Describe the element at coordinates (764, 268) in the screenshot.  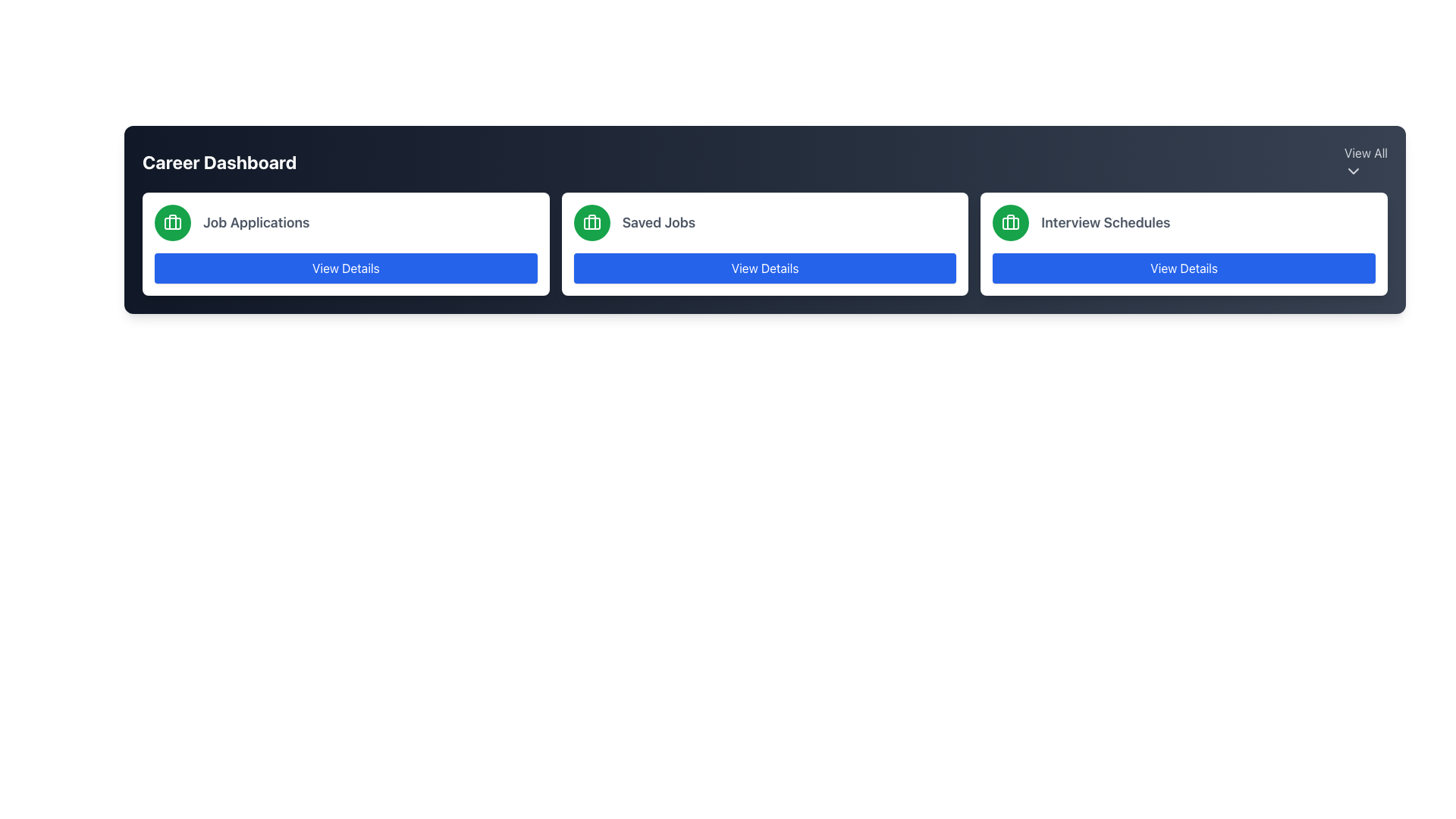
I see `the blue 'View Details' button located at the bottom of the 'Saved Jobs' box` at that location.